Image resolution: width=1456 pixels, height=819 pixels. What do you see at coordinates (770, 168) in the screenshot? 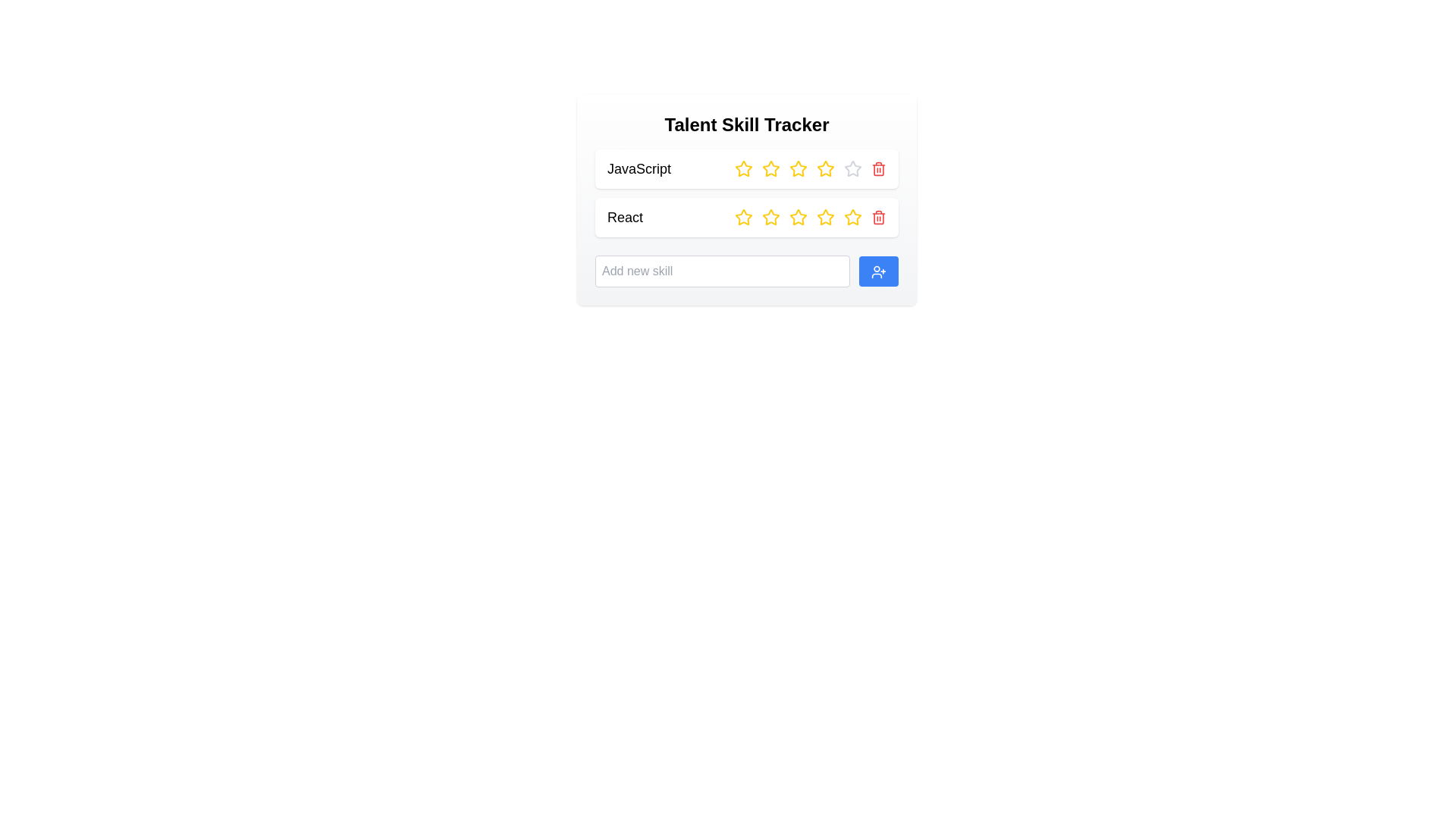
I see `the second star icon in the Talent Skill Tracker panel to perform rating operations` at bounding box center [770, 168].